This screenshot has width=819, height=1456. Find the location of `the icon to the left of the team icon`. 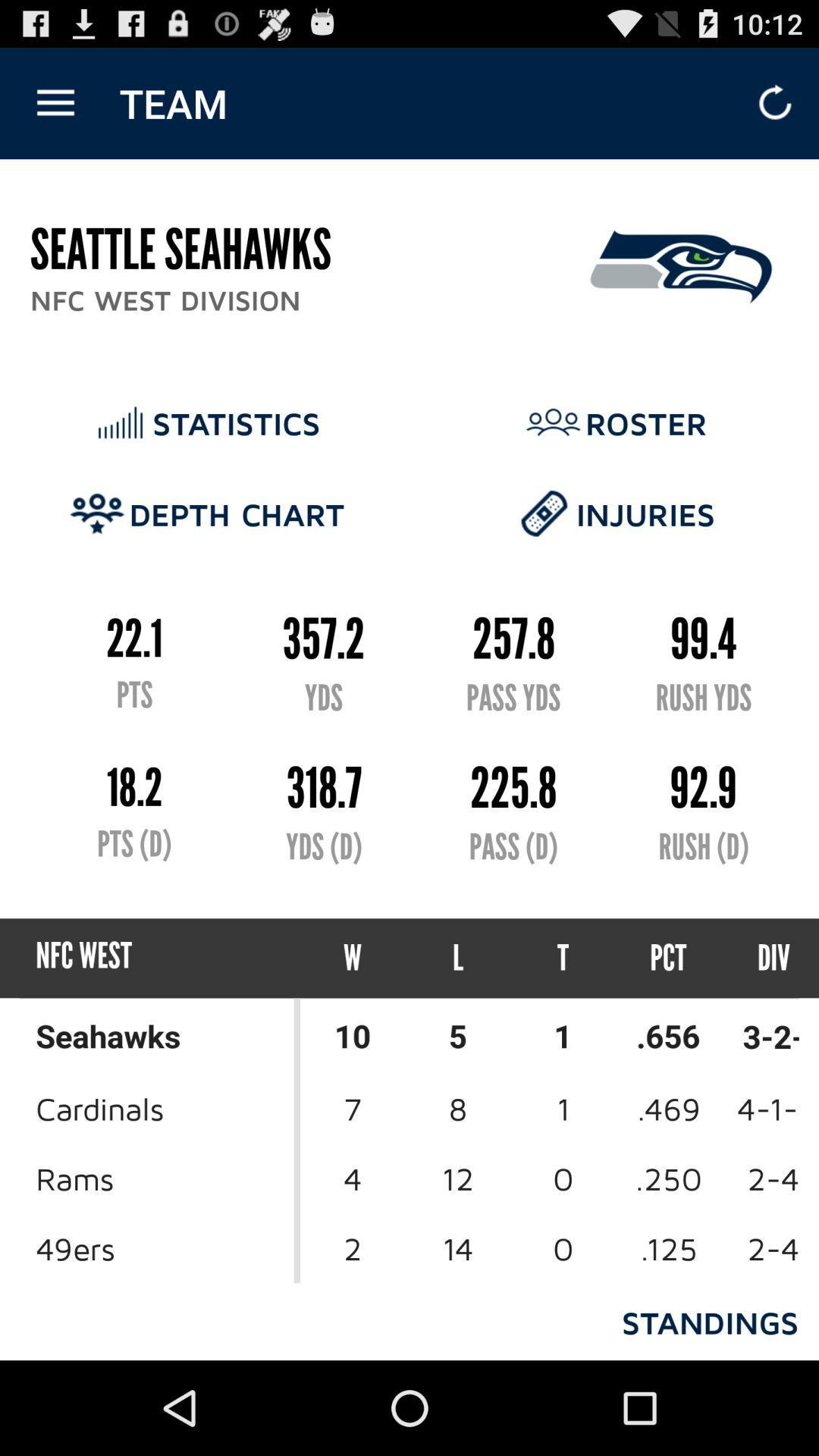

the icon to the left of the team icon is located at coordinates (55, 102).